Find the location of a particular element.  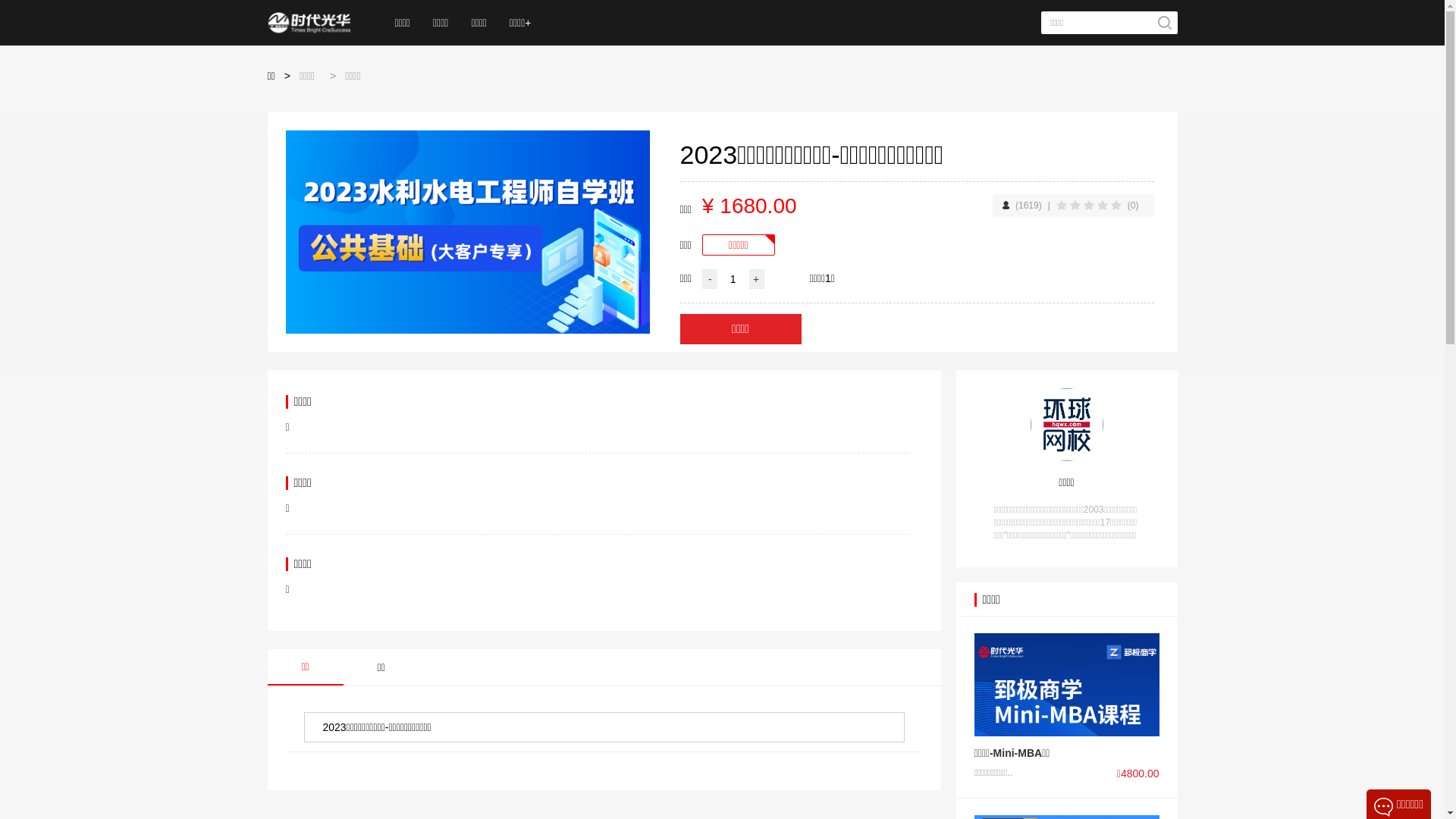

'-' is located at coordinates (709, 278).